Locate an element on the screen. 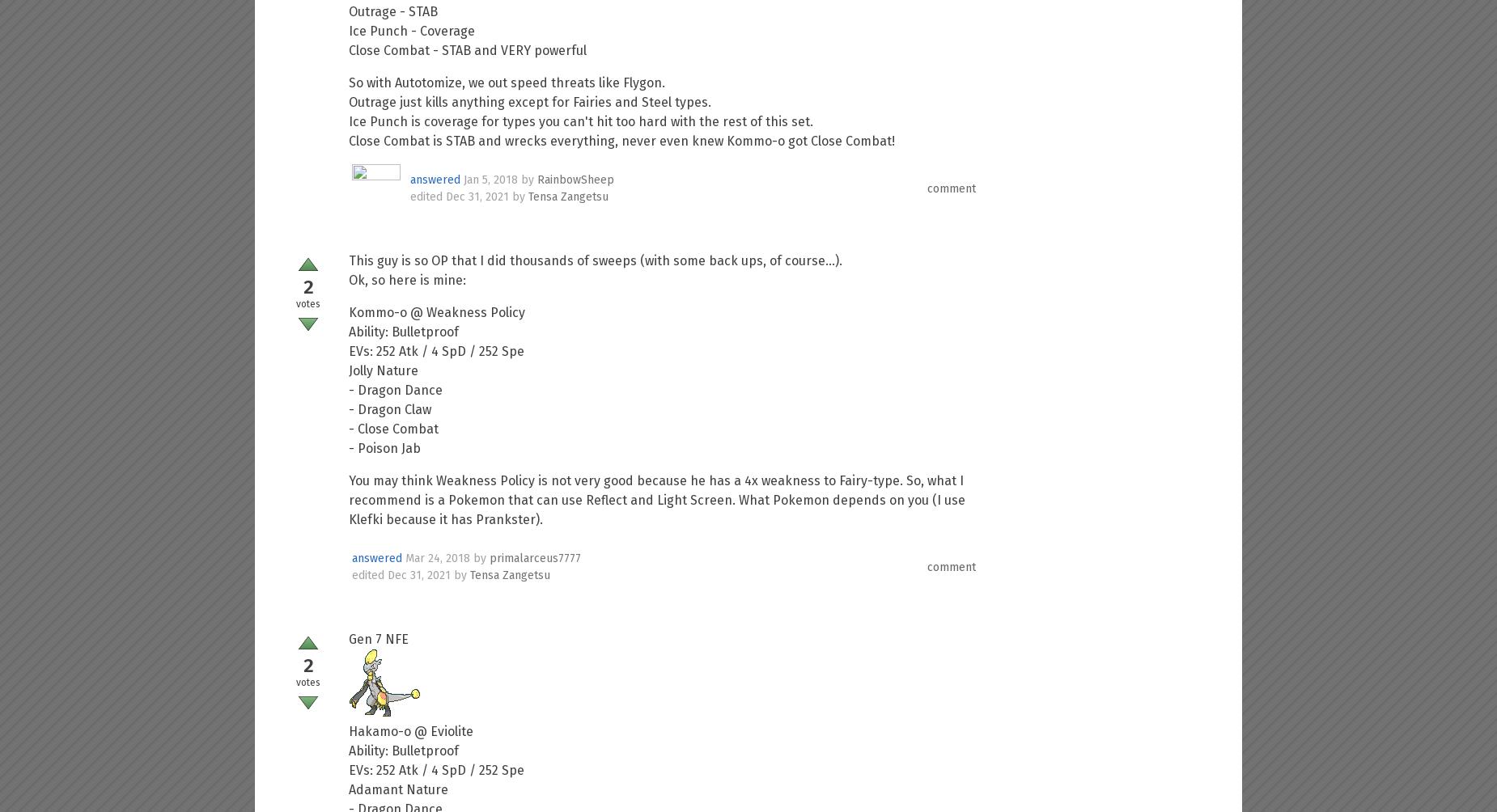 The width and height of the screenshot is (1497, 812). 'RainbowSheep' is located at coordinates (575, 179).